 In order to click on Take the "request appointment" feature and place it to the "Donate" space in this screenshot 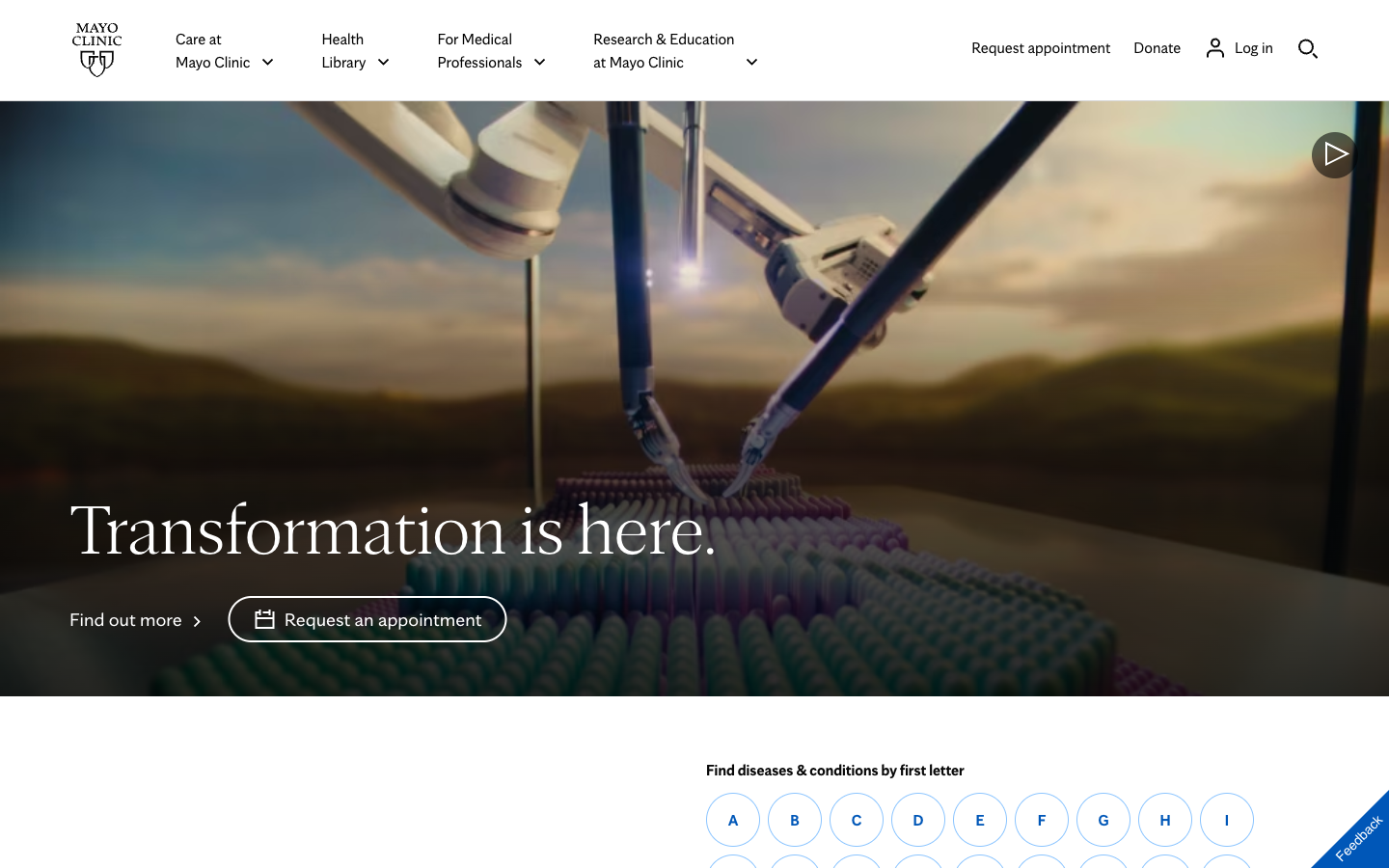, I will do `click(1498731, 42532)`.